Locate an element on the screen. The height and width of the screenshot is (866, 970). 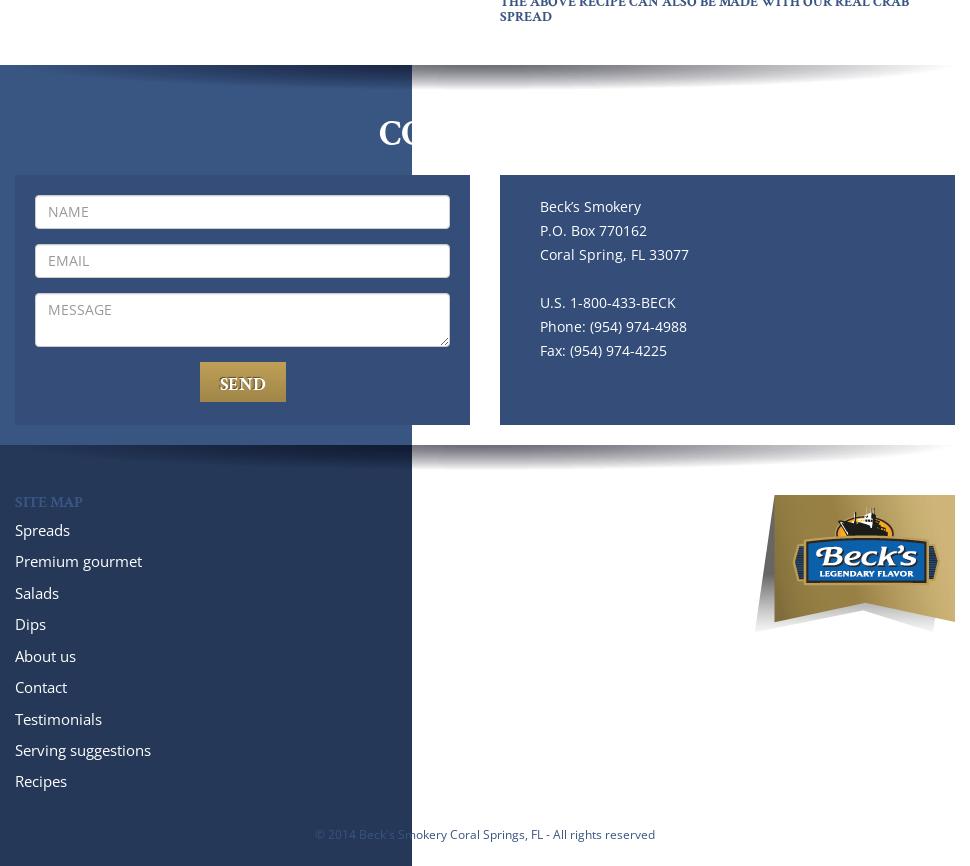
'Contact' is located at coordinates (41, 685).